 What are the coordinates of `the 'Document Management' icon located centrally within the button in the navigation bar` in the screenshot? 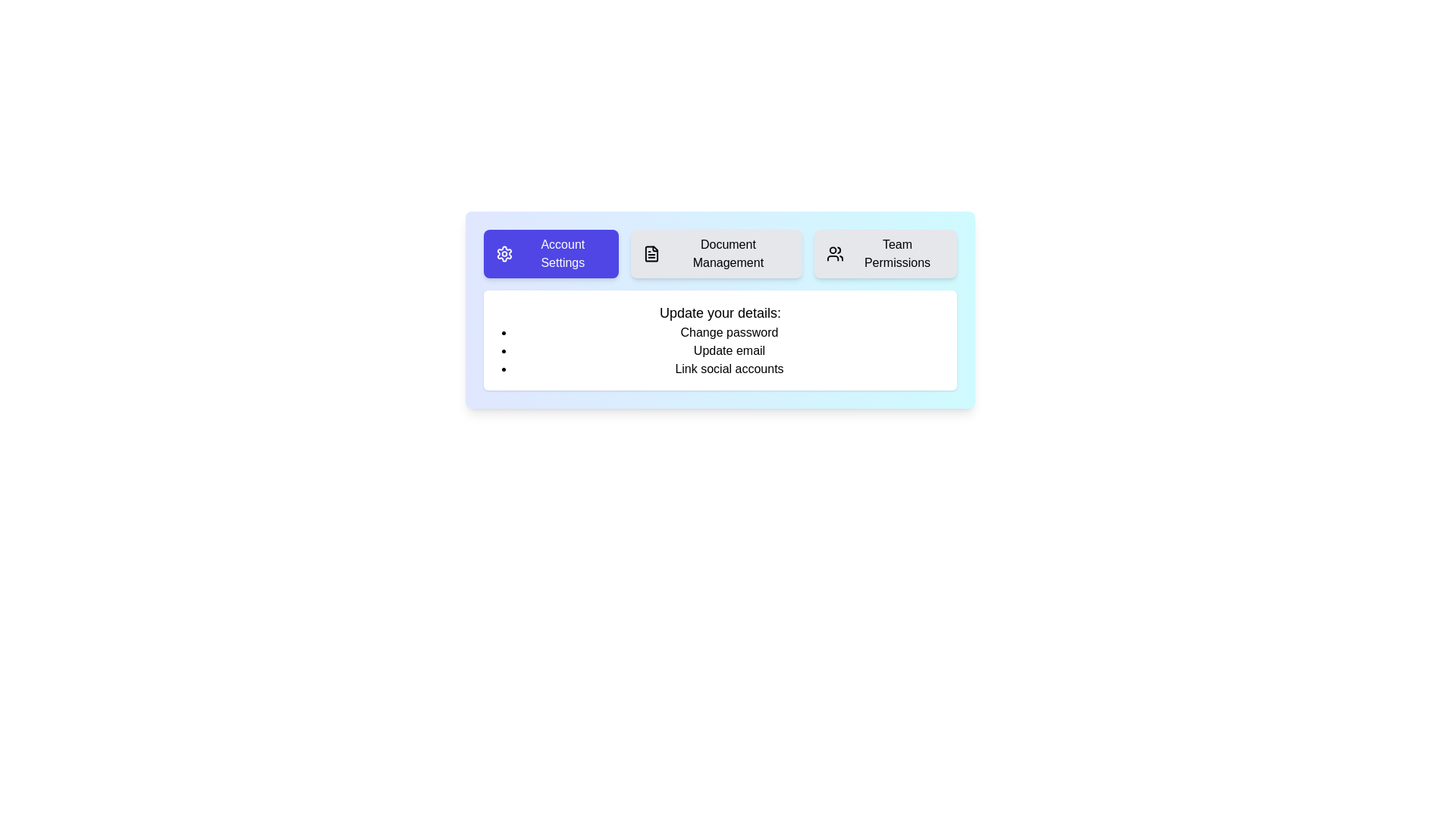 It's located at (651, 253).